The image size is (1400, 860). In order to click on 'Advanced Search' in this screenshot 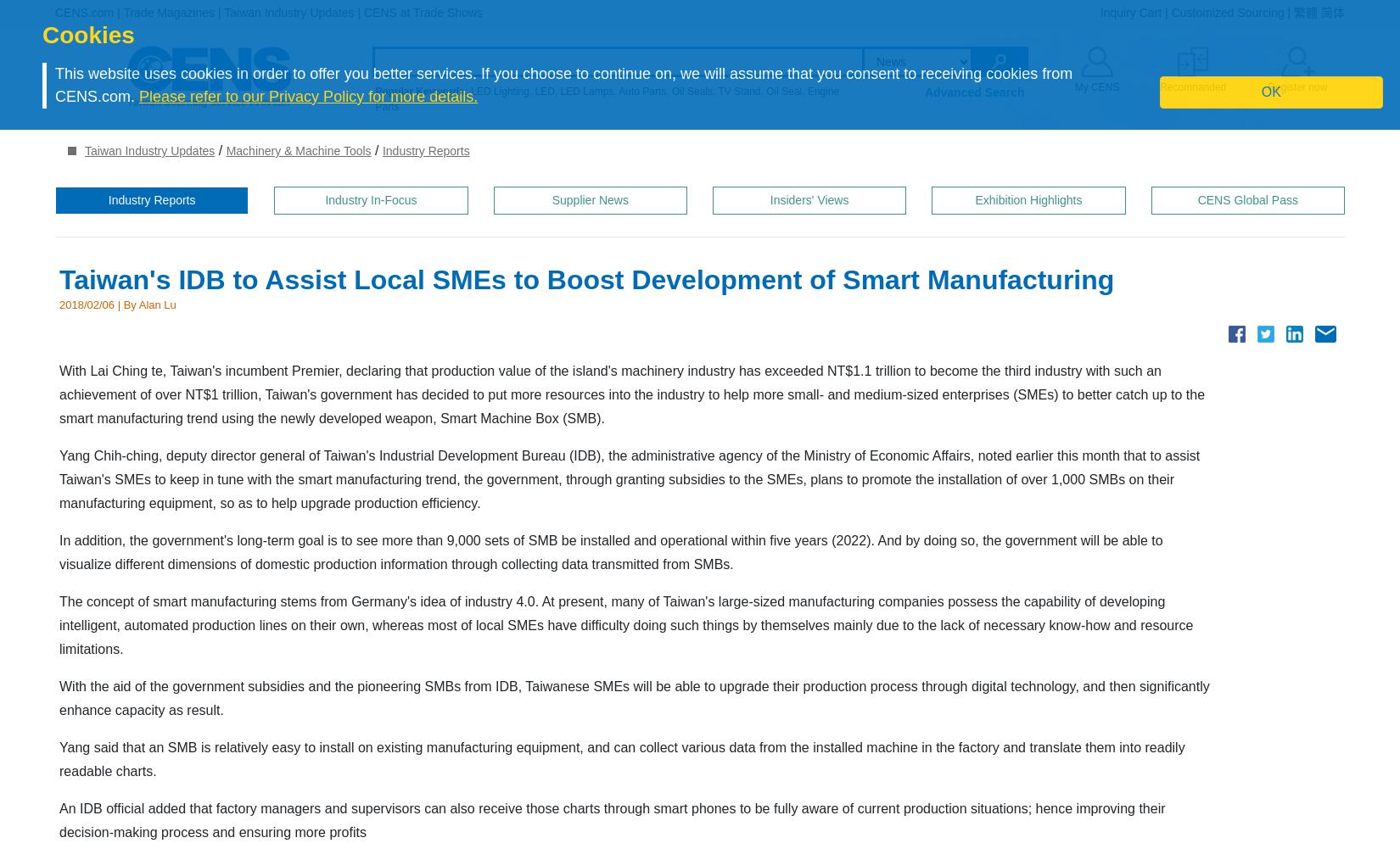, I will do `click(974, 92)`.